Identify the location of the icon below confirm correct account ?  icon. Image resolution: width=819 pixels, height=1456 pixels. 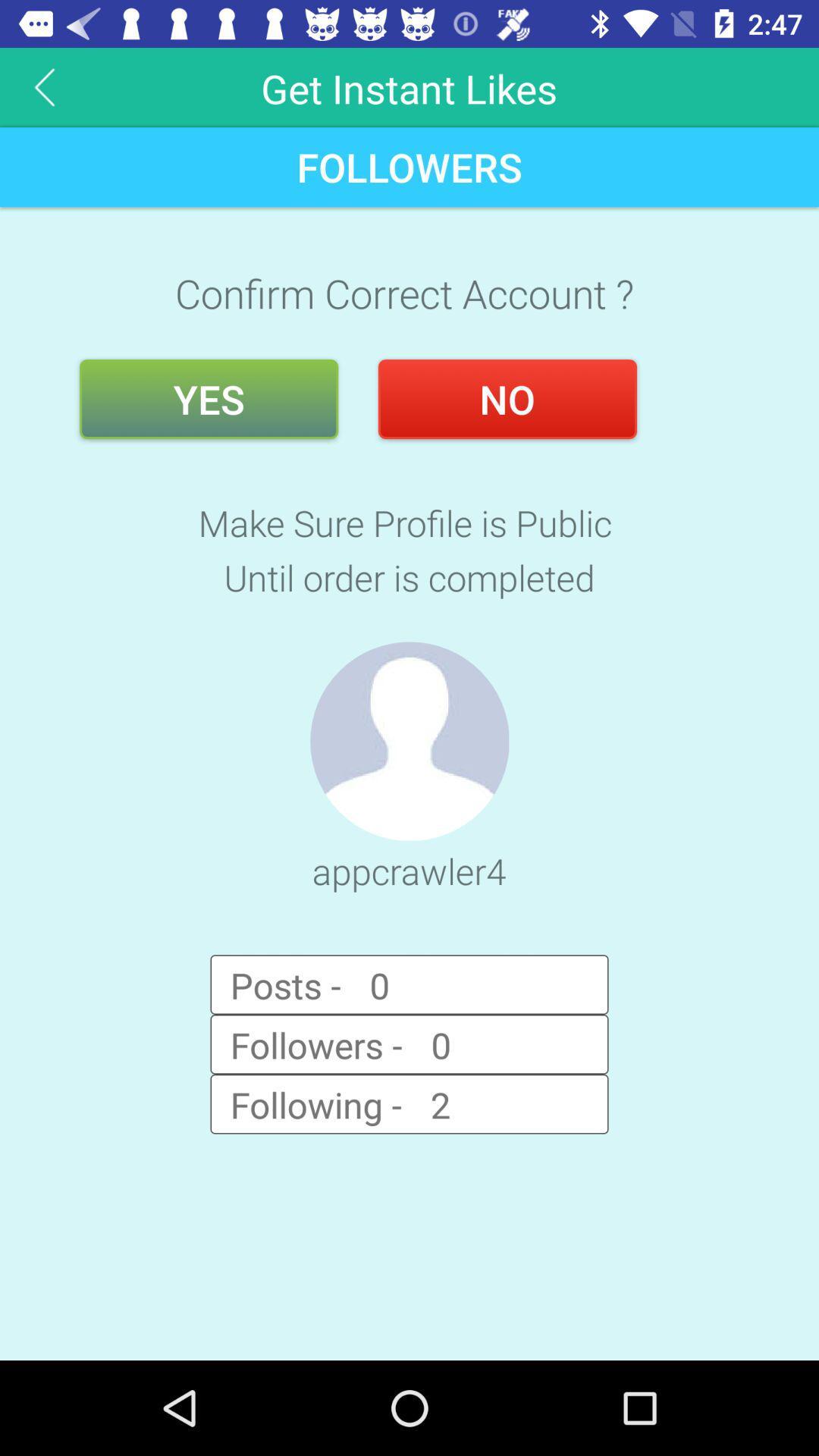
(209, 399).